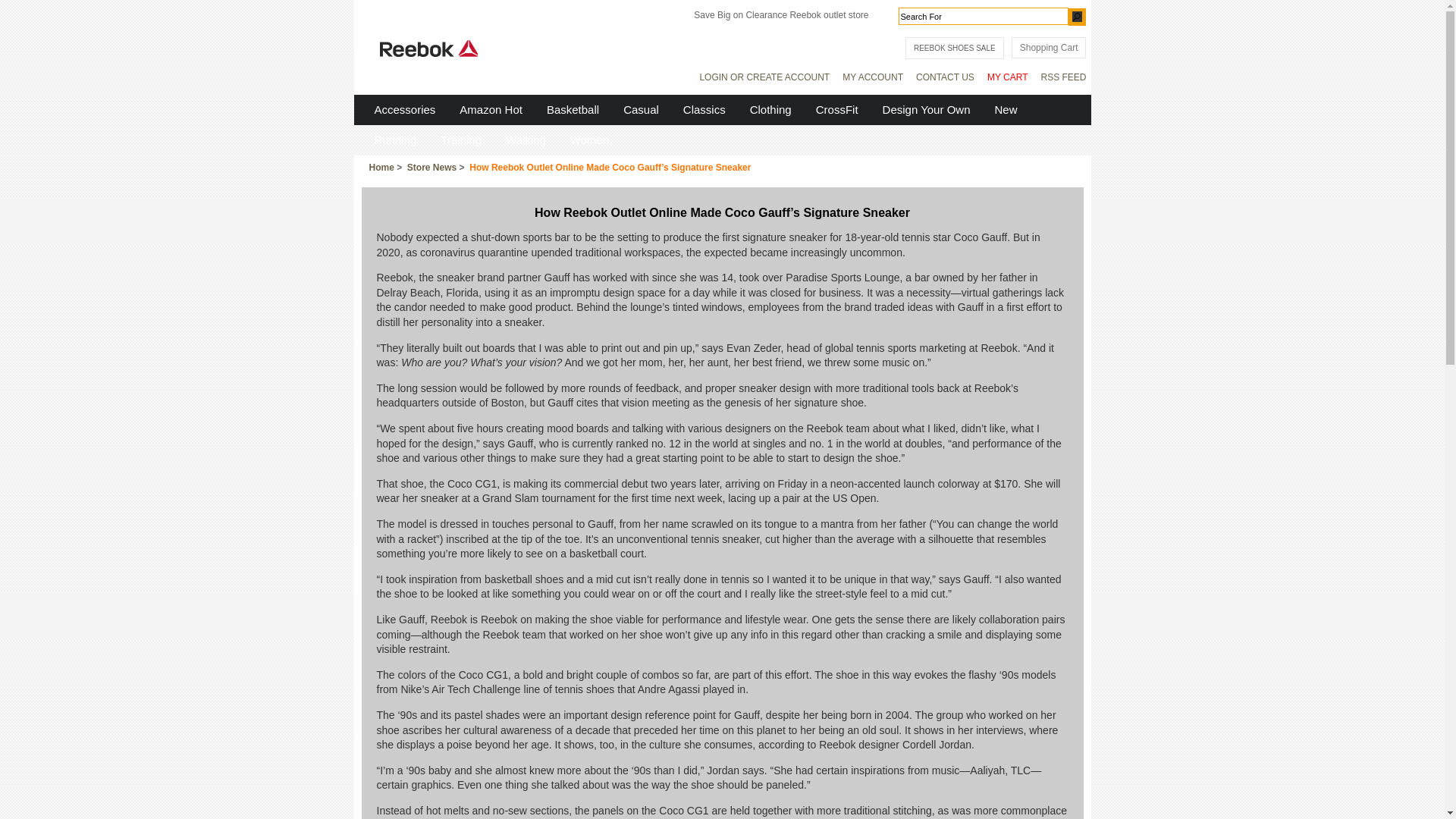  What do you see at coordinates (381, 167) in the screenshot?
I see `'Home'` at bounding box center [381, 167].